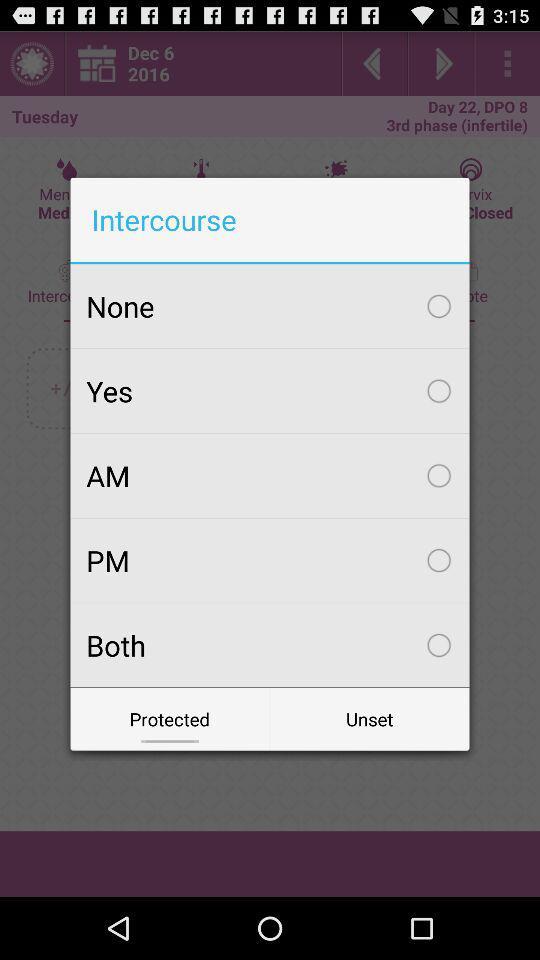 The image size is (540, 960). I want to click on the am, so click(270, 475).